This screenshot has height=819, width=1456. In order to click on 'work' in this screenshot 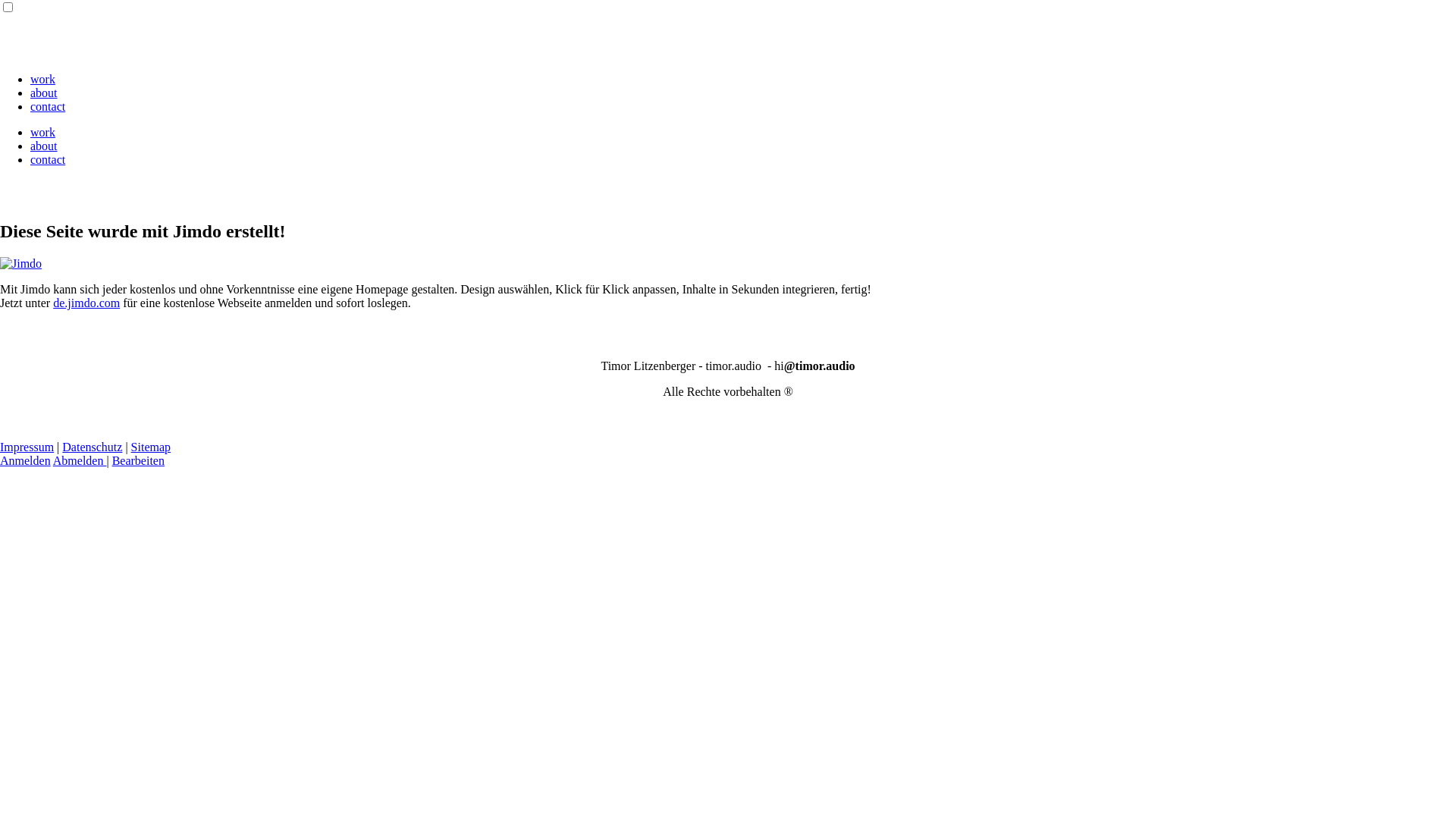, I will do `click(42, 79)`.